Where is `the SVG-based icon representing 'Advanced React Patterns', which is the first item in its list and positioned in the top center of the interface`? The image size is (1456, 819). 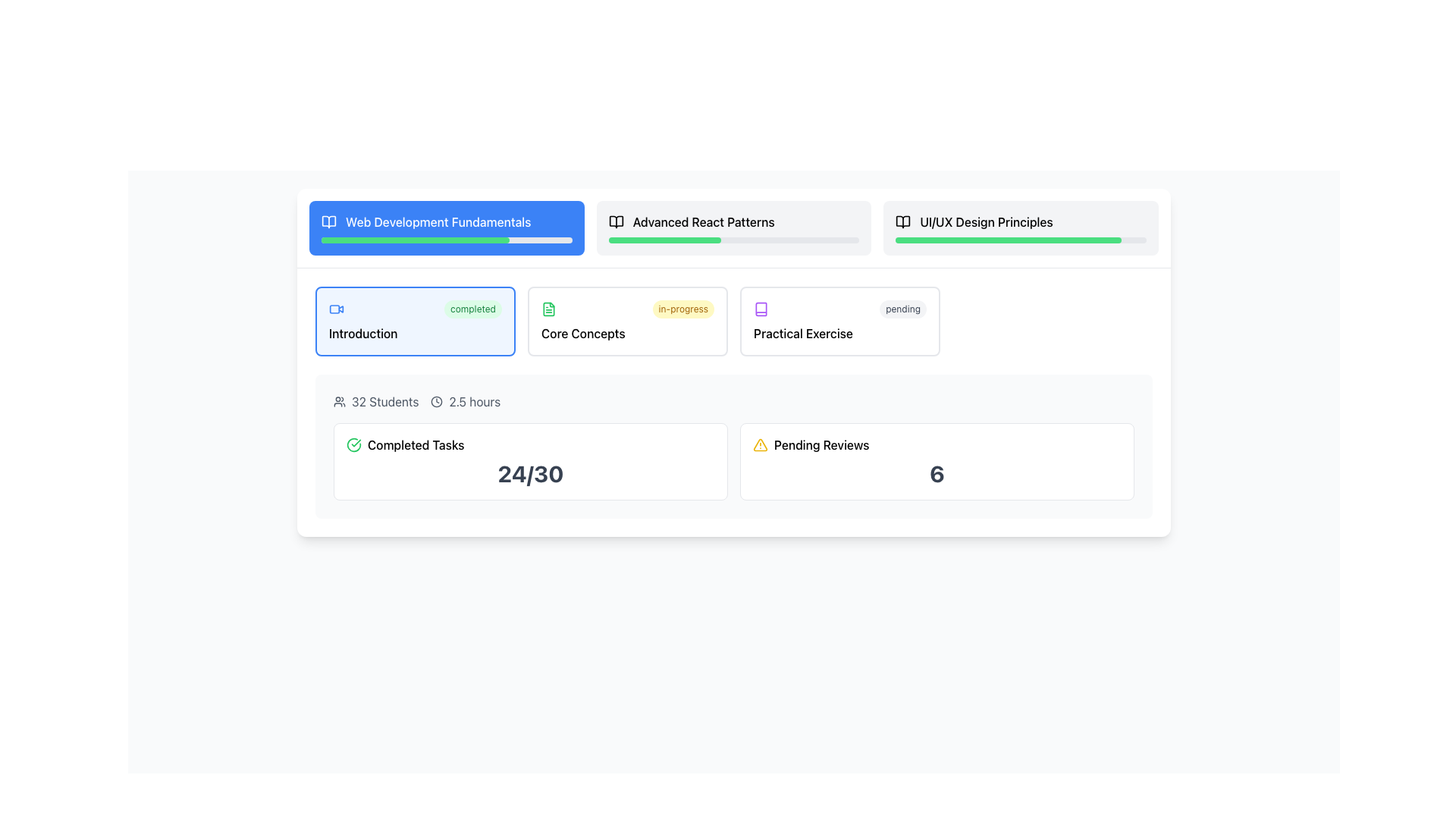 the SVG-based icon representing 'Advanced React Patterns', which is the first item in its list and positioned in the top center of the interface is located at coordinates (616, 222).